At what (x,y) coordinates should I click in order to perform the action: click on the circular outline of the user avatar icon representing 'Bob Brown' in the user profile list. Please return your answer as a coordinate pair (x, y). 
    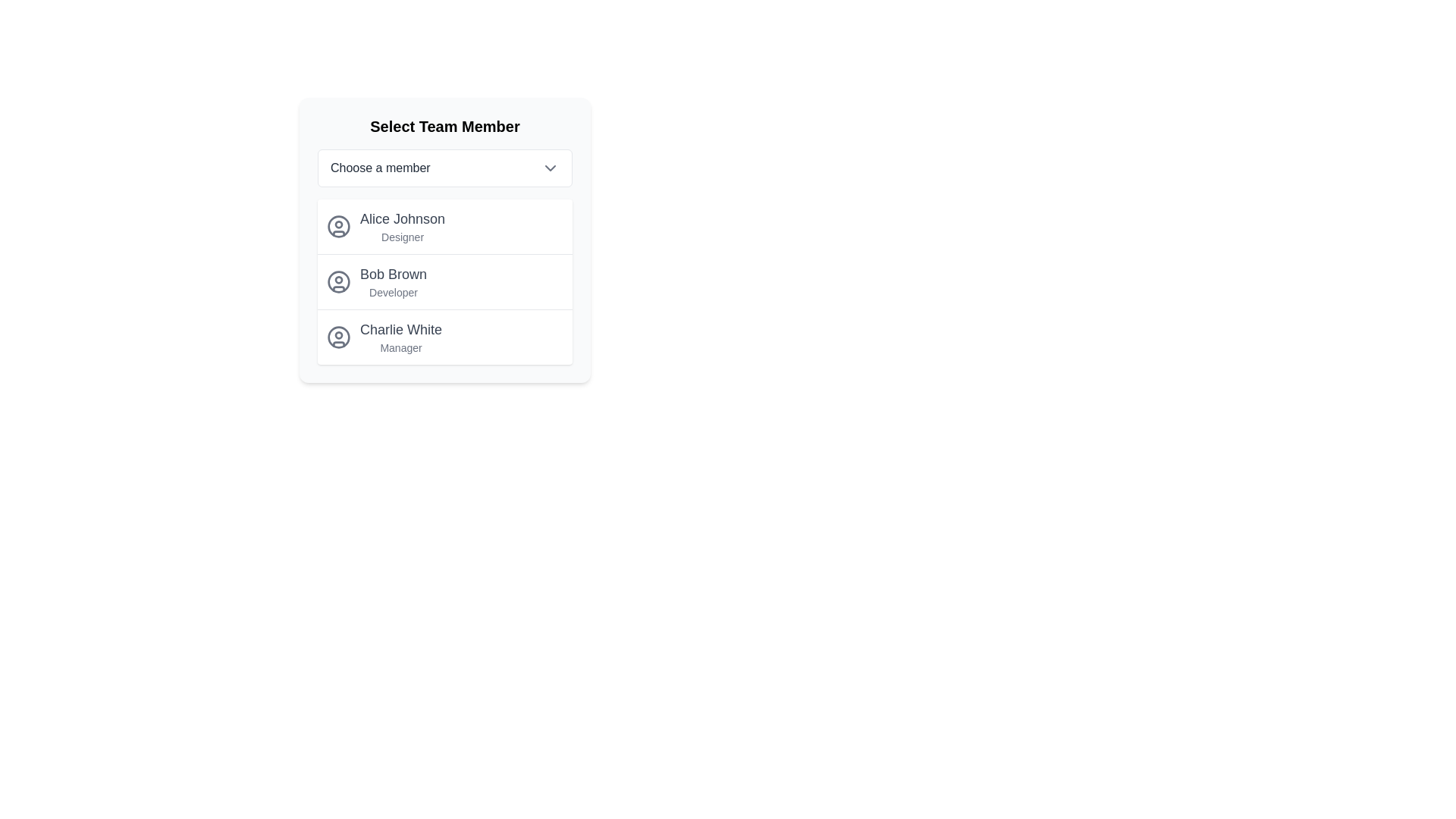
    Looking at the image, I should click on (337, 281).